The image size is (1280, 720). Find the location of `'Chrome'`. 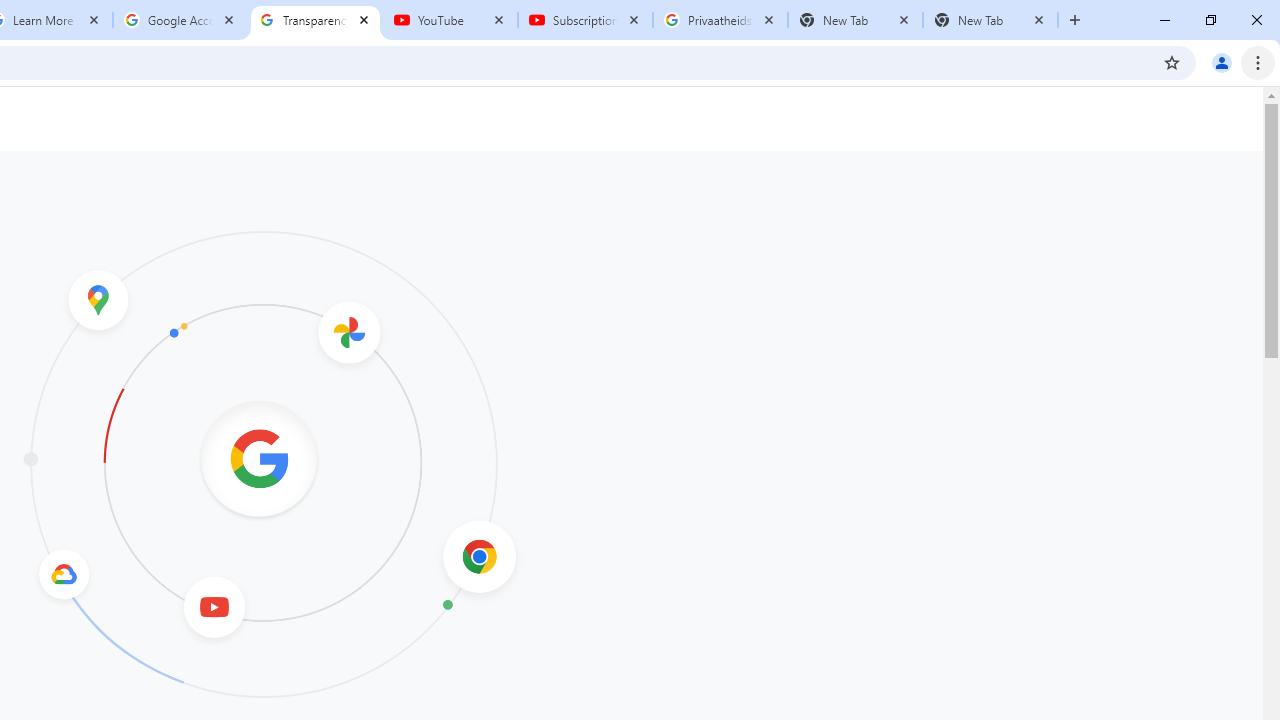

'Chrome' is located at coordinates (1259, 61).